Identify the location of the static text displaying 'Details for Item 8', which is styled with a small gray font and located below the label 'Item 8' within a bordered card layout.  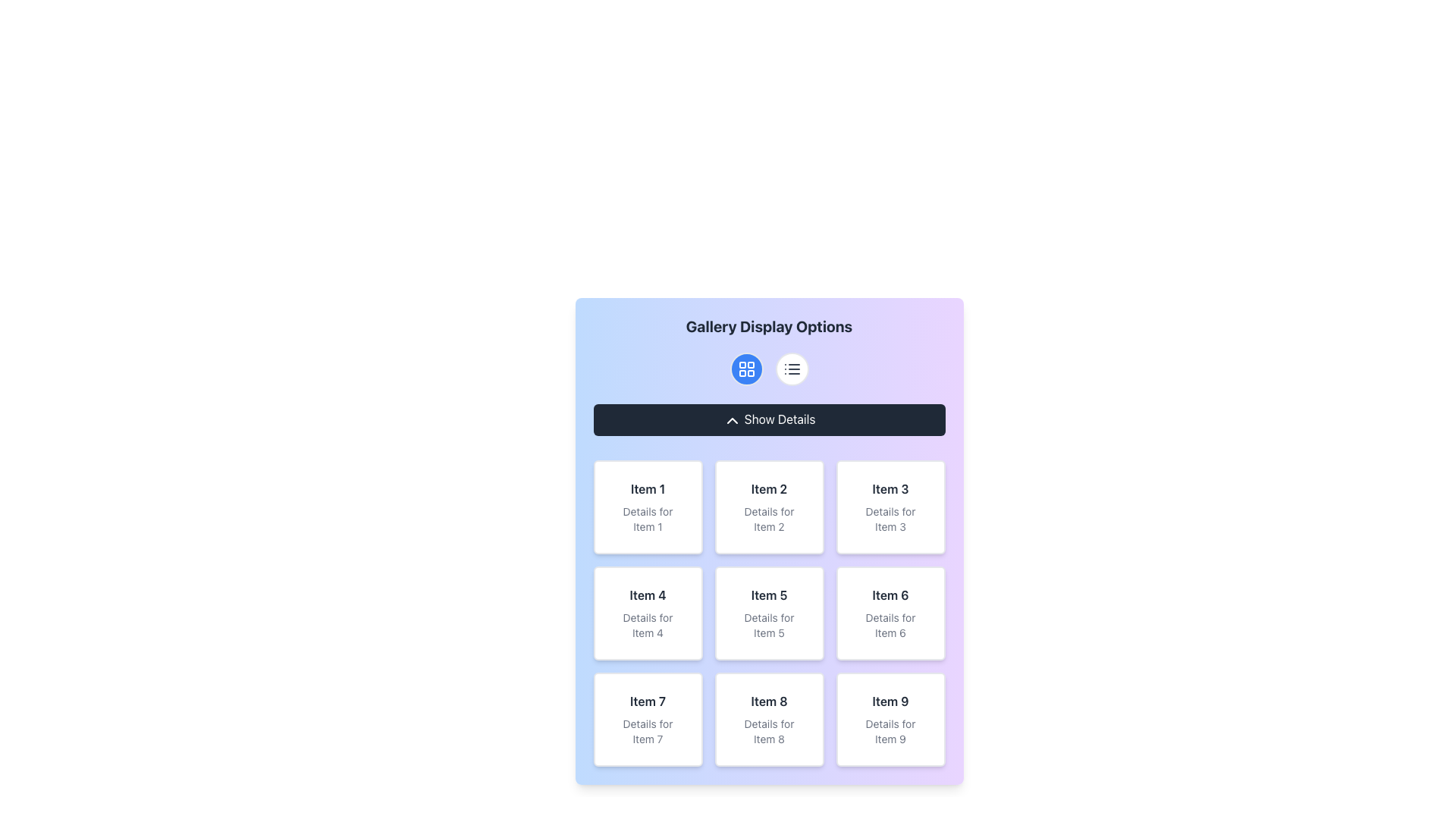
(769, 730).